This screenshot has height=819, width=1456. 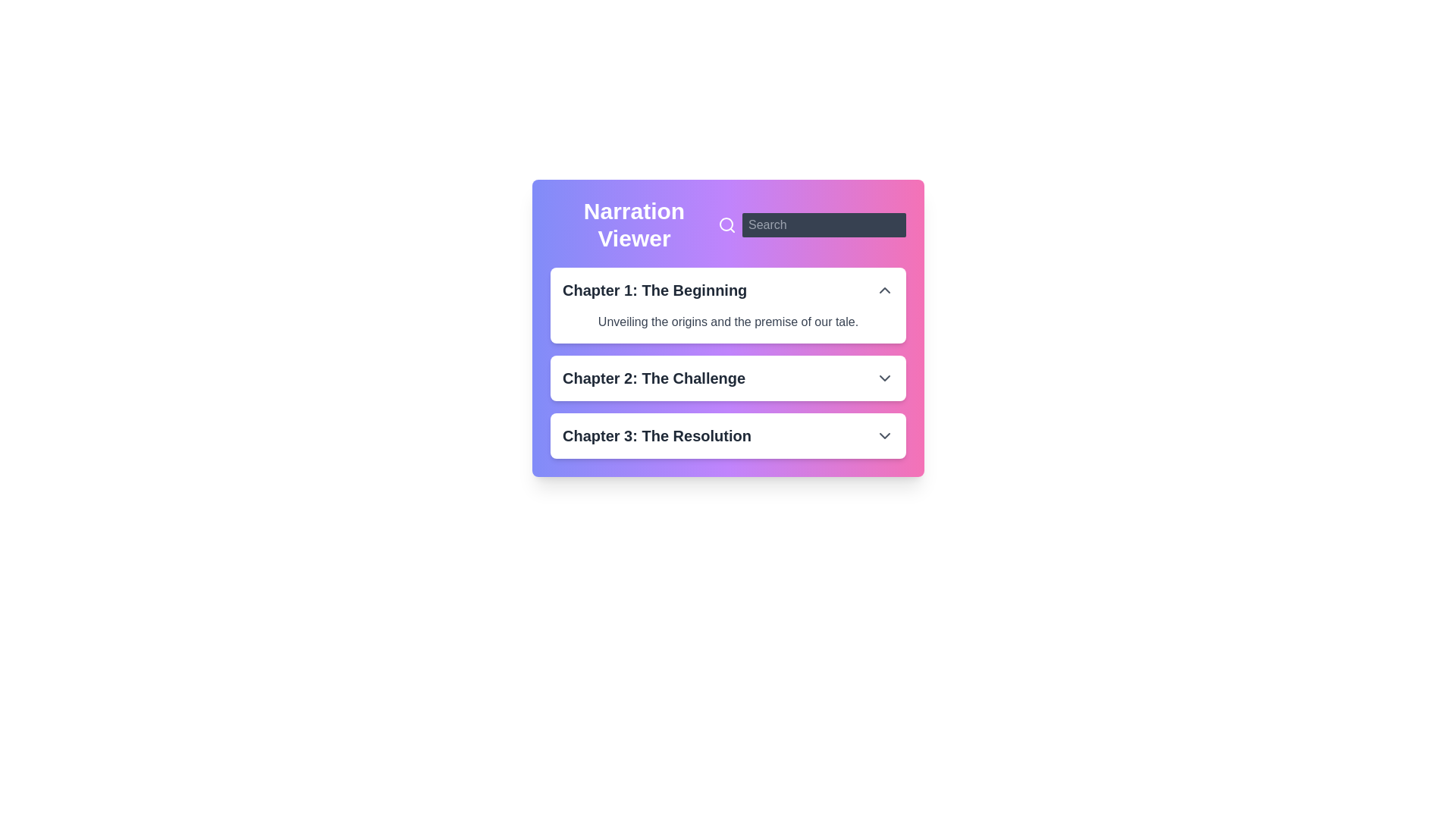 I want to click on the list item for 'Chapter 2: The Challenge', so click(x=728, y=366).